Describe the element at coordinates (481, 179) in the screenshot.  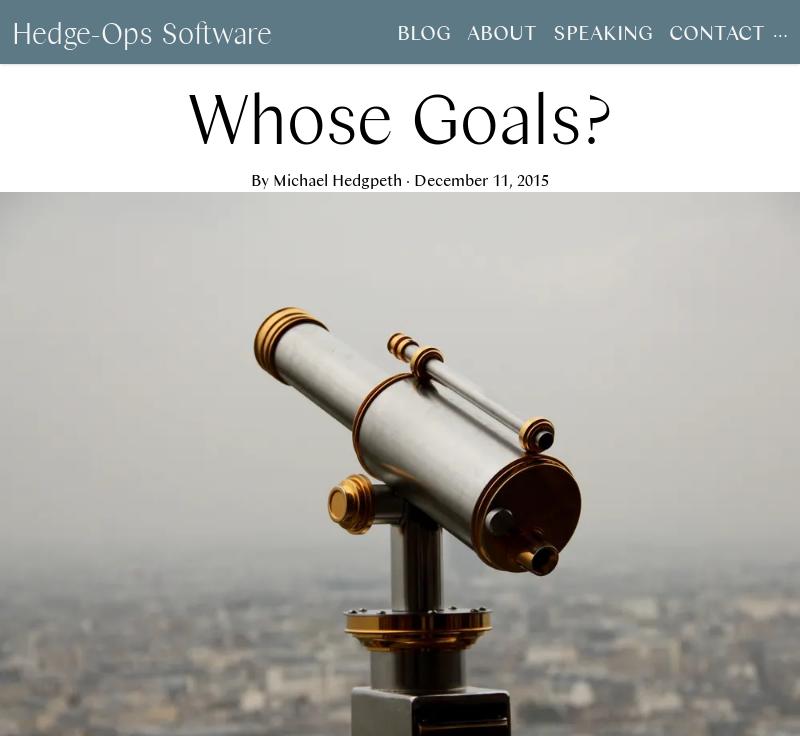
I see `'December 11, 2015'` at that location.